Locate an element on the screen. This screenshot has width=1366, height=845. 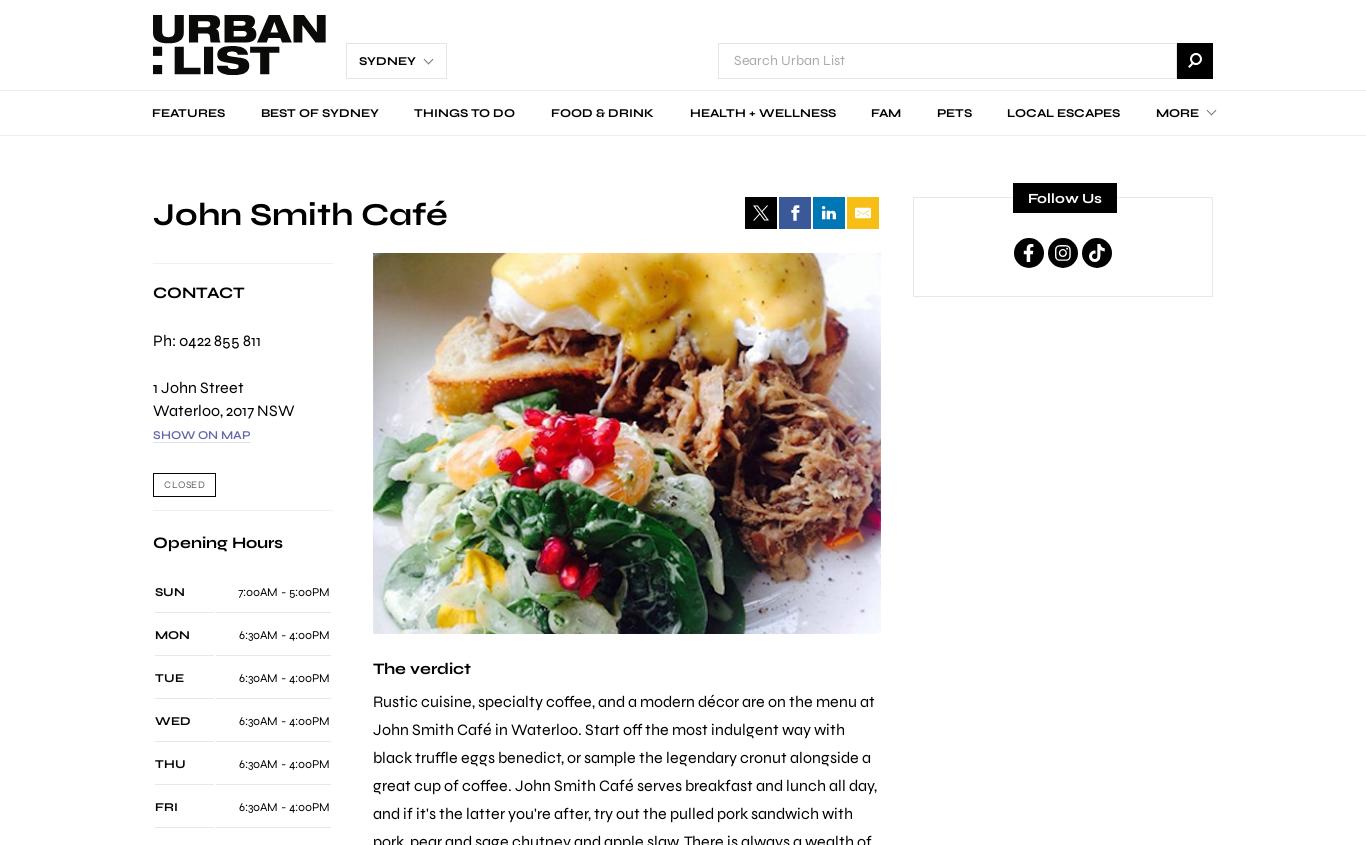
'NSW' is located at coordinates (275, 409).